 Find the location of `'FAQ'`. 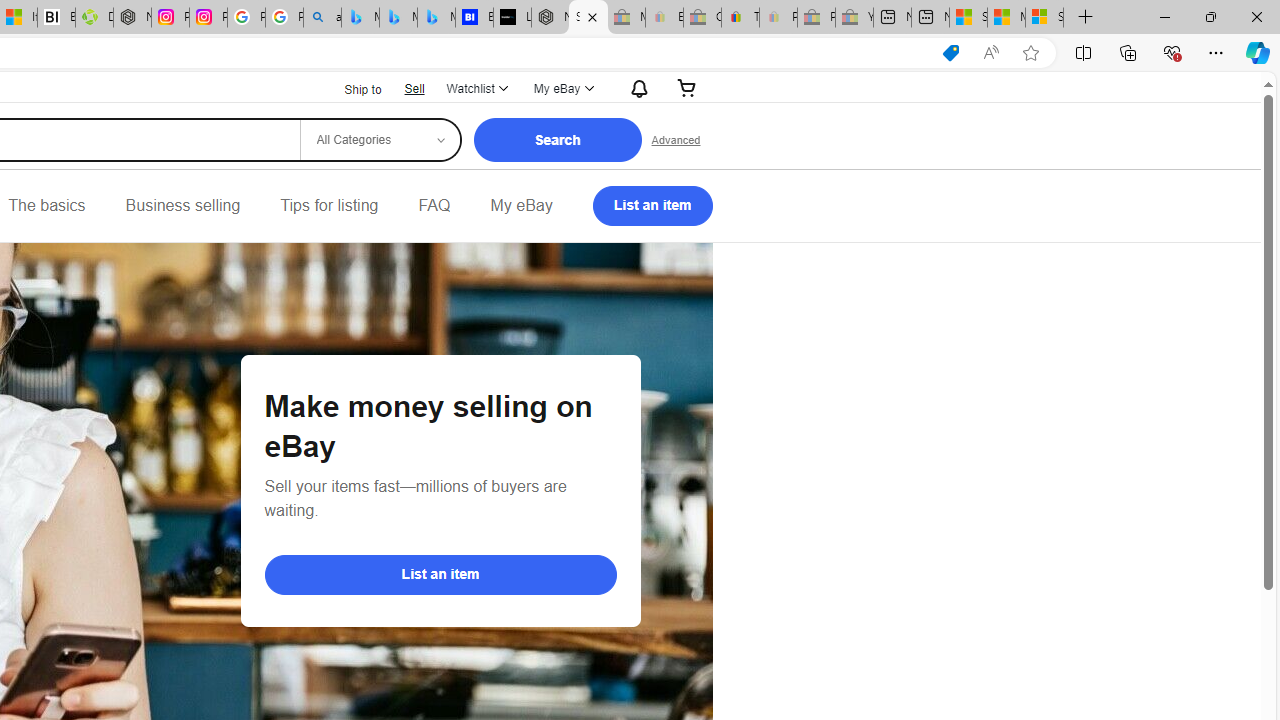

'FAQ' is located at coordinates (433, 205).